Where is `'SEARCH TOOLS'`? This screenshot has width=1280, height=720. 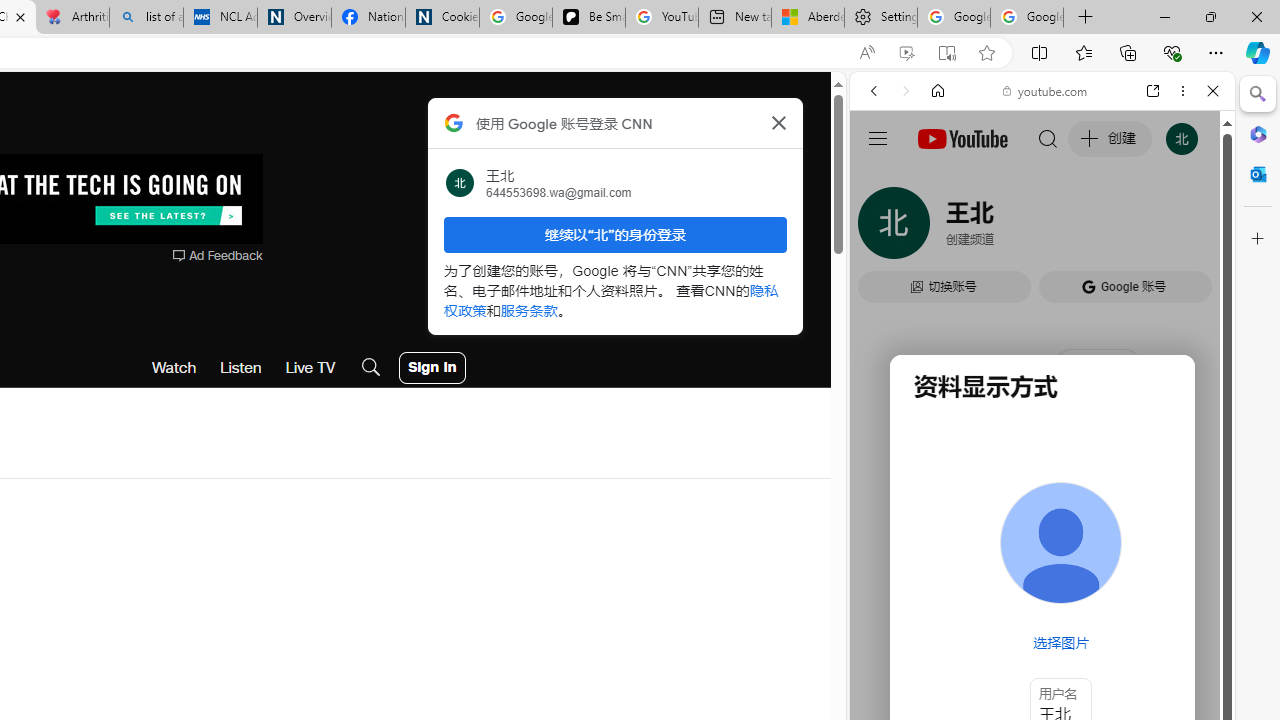
'SEARCH TOOLS' is located at coordinates (1092, 227).